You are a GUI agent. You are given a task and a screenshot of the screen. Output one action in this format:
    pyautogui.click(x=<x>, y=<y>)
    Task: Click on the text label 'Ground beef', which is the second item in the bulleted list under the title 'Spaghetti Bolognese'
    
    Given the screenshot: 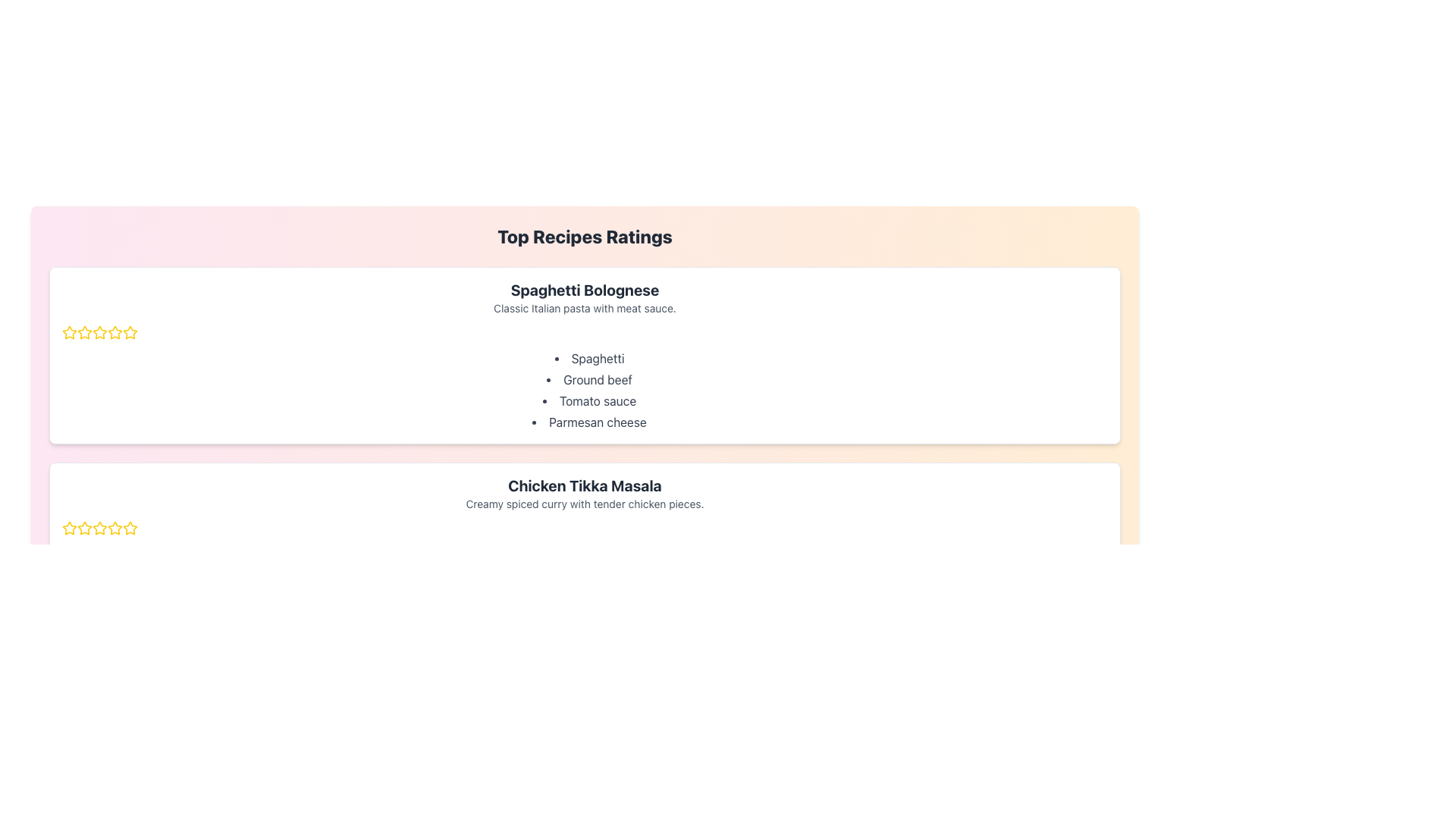 What is the action you would take?
    pyautogui.click(x=588, y=379)
    